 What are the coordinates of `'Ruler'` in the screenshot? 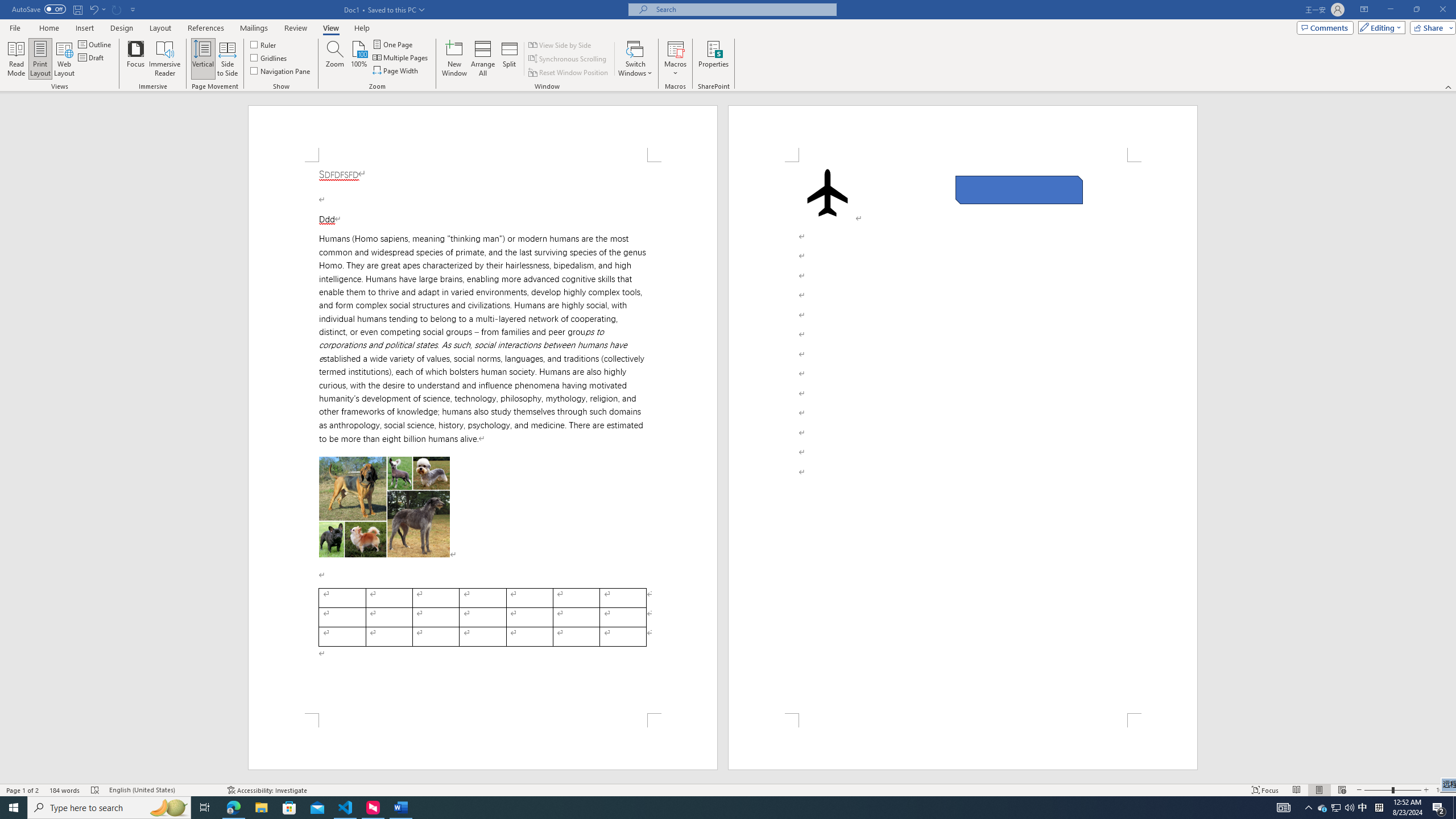 It's located at (264, 44).